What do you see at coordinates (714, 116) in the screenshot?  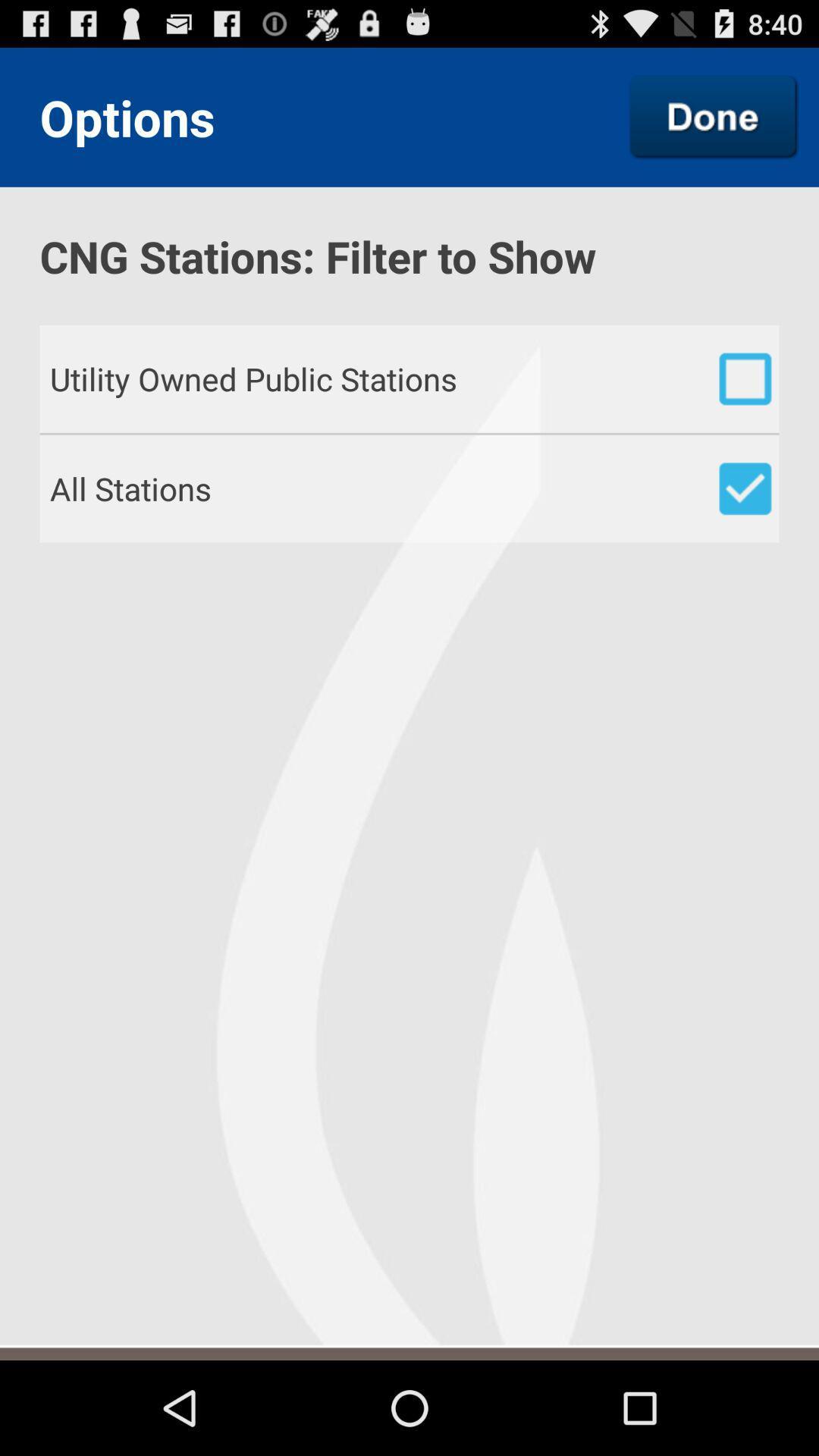 I see `finish and close the form` at bounding box center [714, 116].